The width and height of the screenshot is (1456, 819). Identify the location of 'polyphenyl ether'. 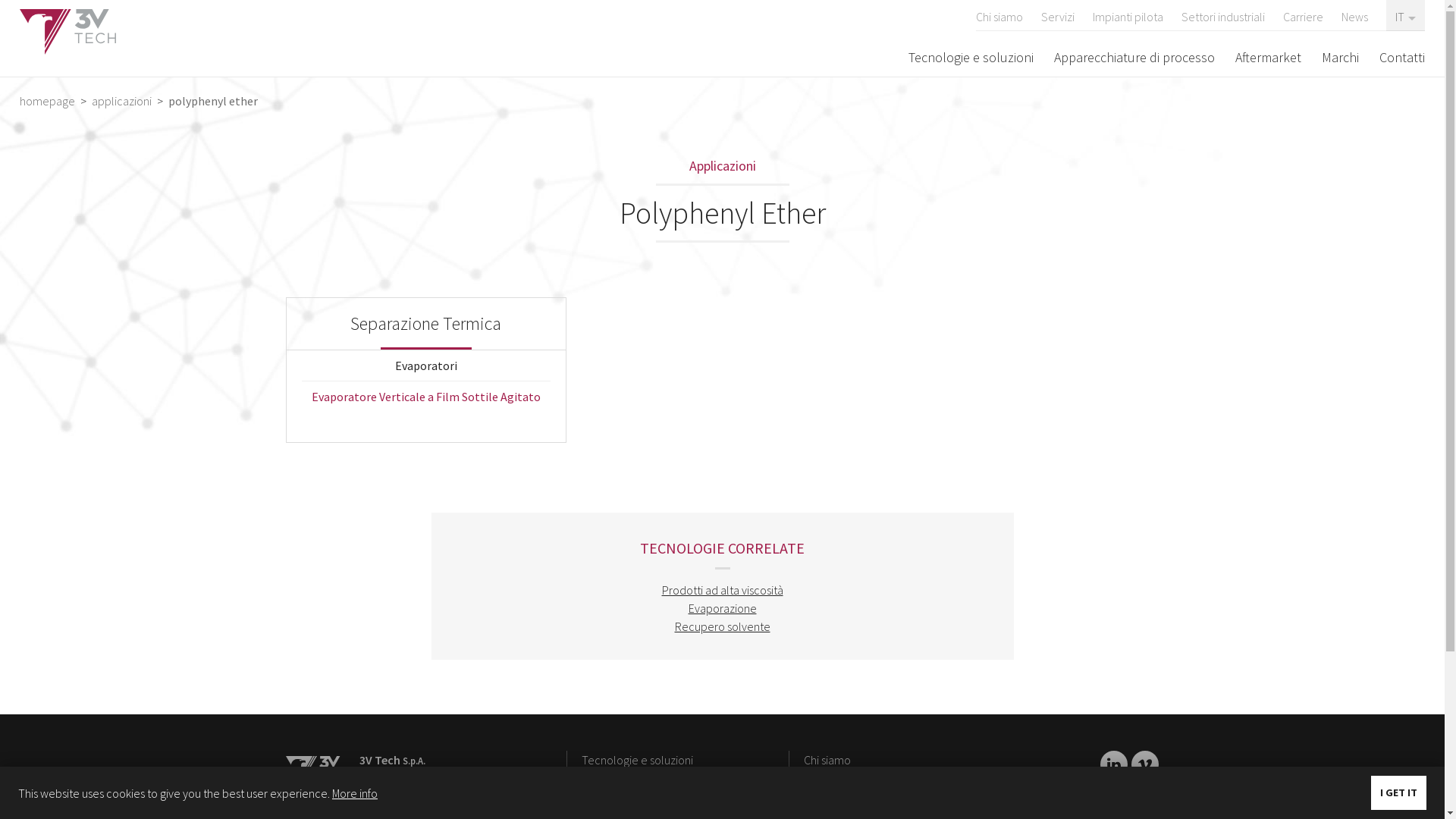
(210, 100).